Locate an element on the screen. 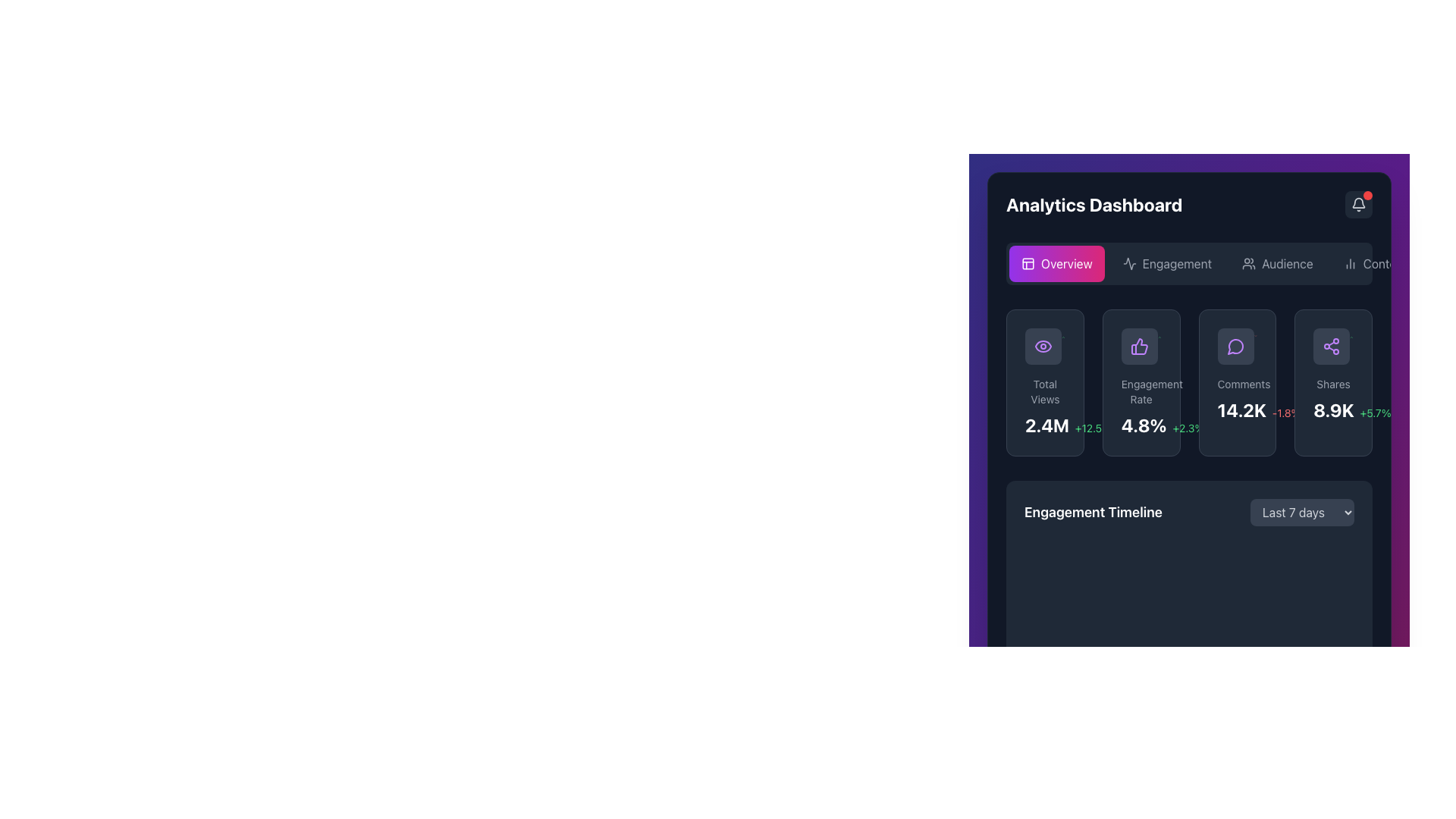 This screenshot has height=819, width=1456. the 'Engagement' navigation tab is located at coordinates (1188, 262).